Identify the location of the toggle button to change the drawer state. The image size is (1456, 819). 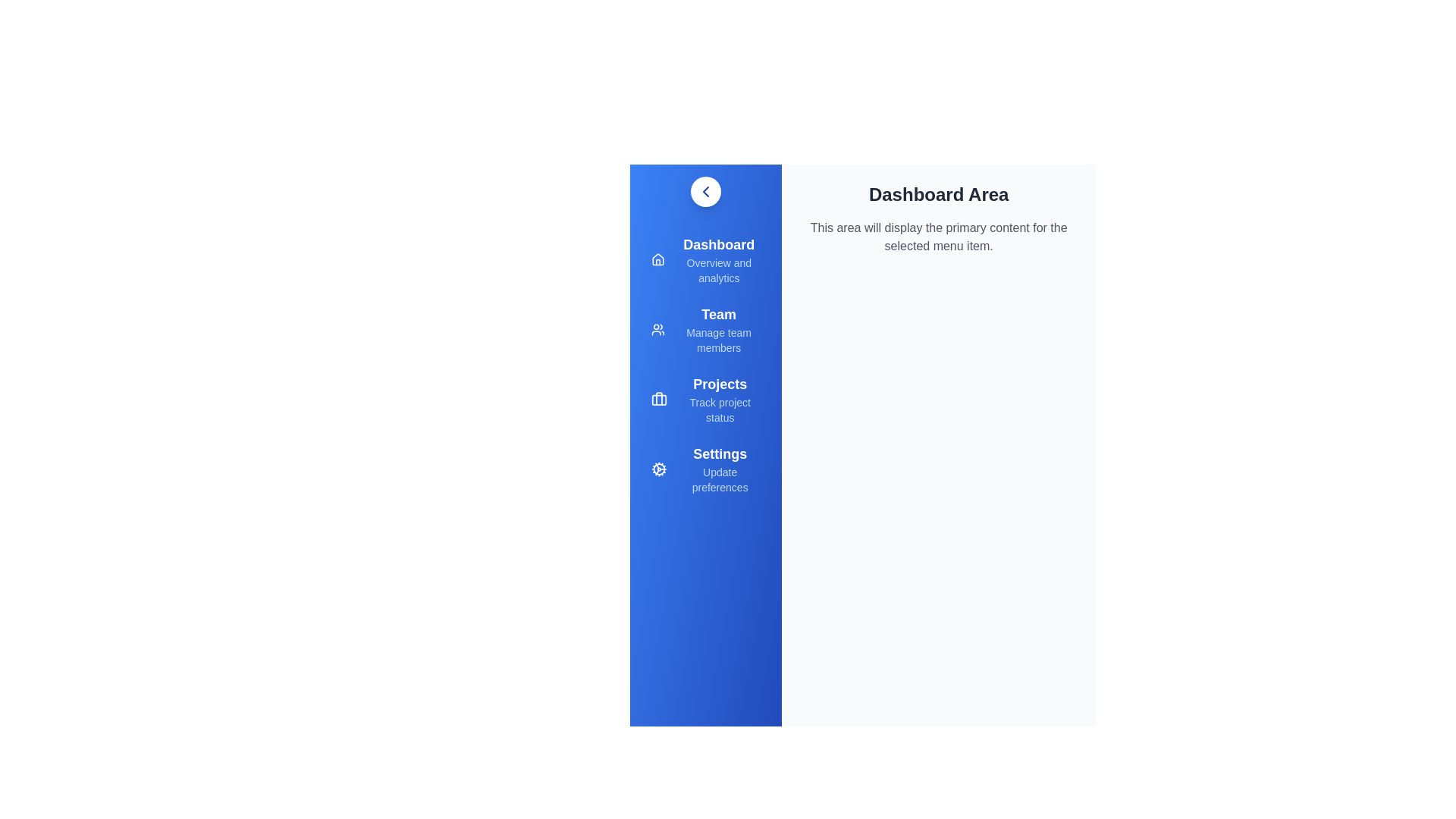
(705, 191).